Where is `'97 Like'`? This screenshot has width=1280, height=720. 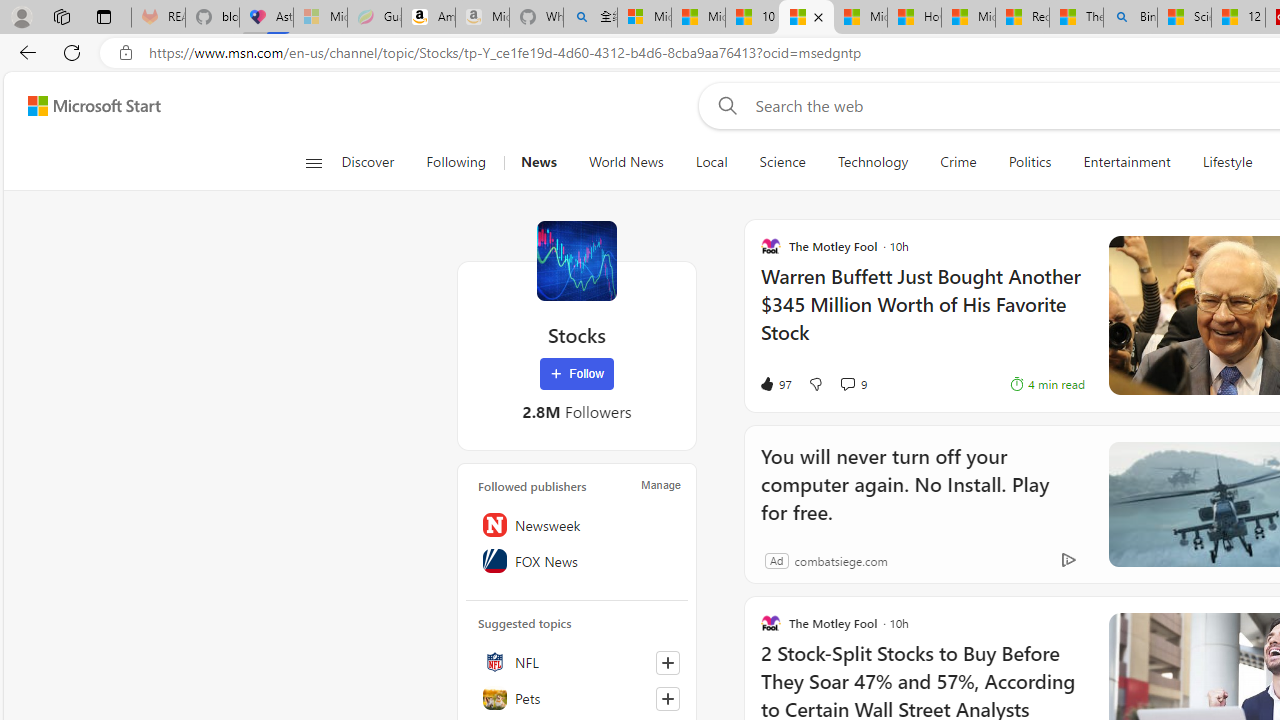 '97 Like' is located at coordinates (774, 384).